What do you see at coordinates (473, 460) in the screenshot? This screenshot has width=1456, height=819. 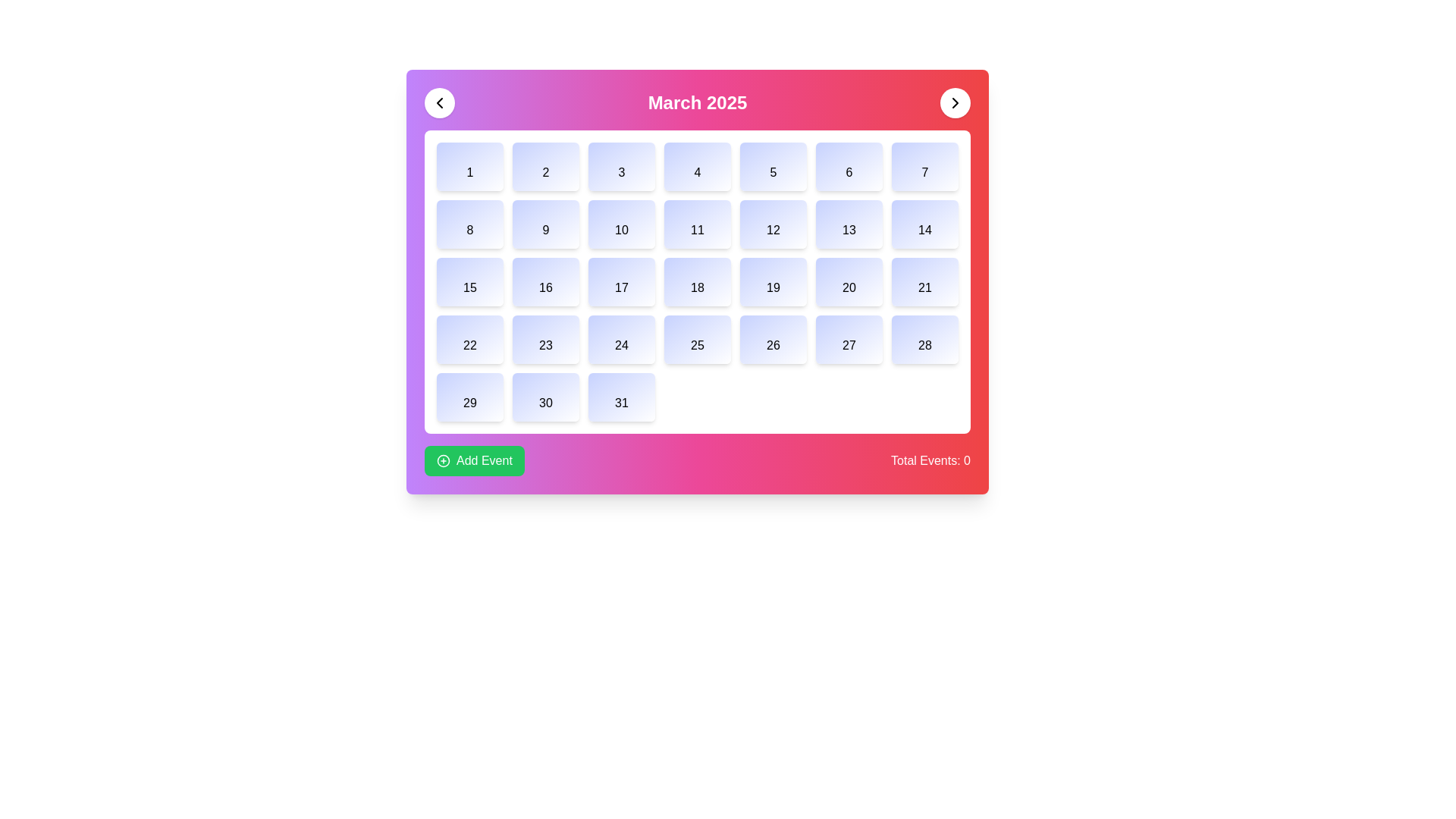 I see `the 'Add Event' button` at bounding box center [473, 460].